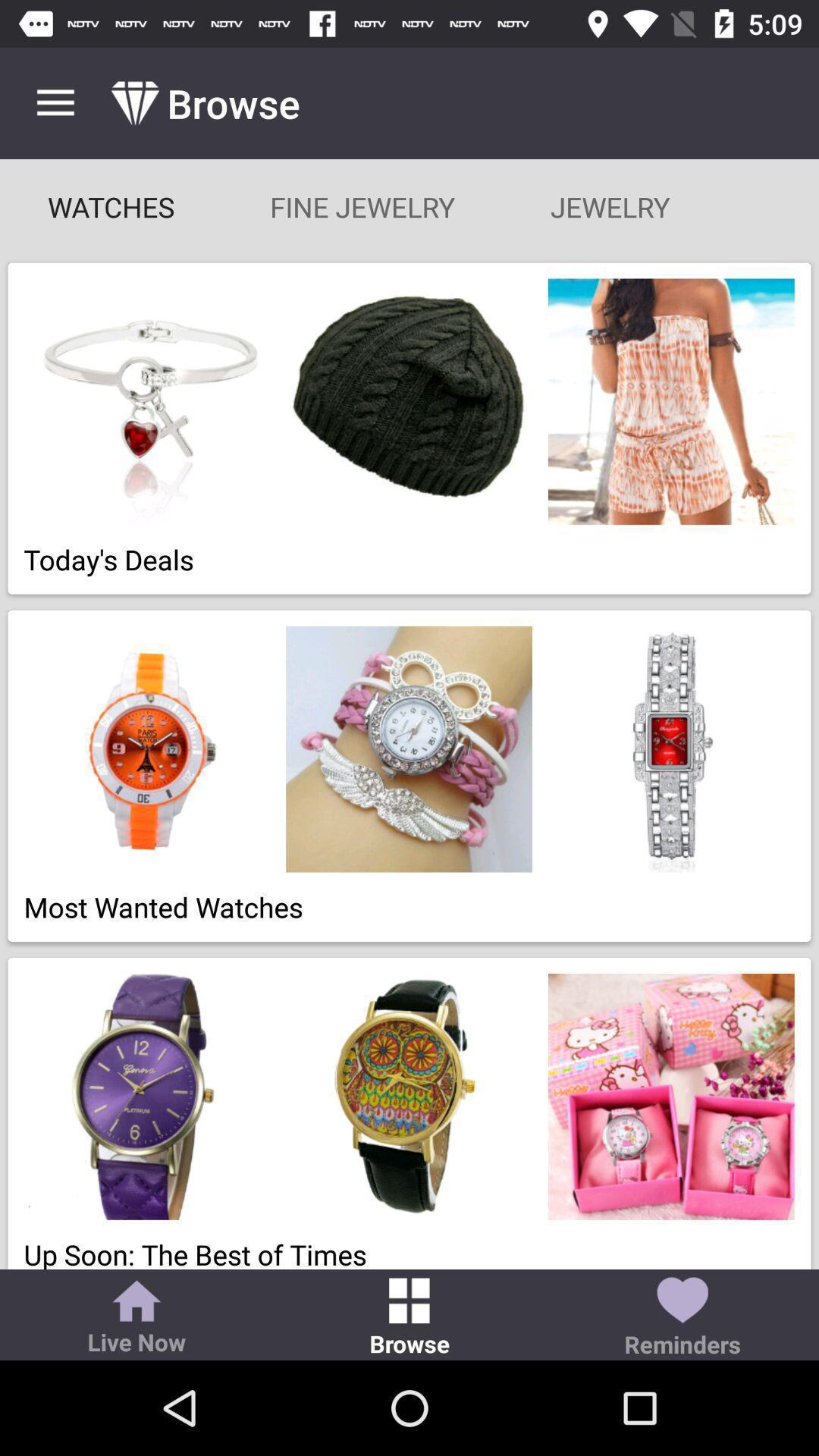 This screenshot has height=1456, width=819. Describe the element at coordinates (136, 1318) in the screenshot. I see `the item next to the browse icon` at that location.